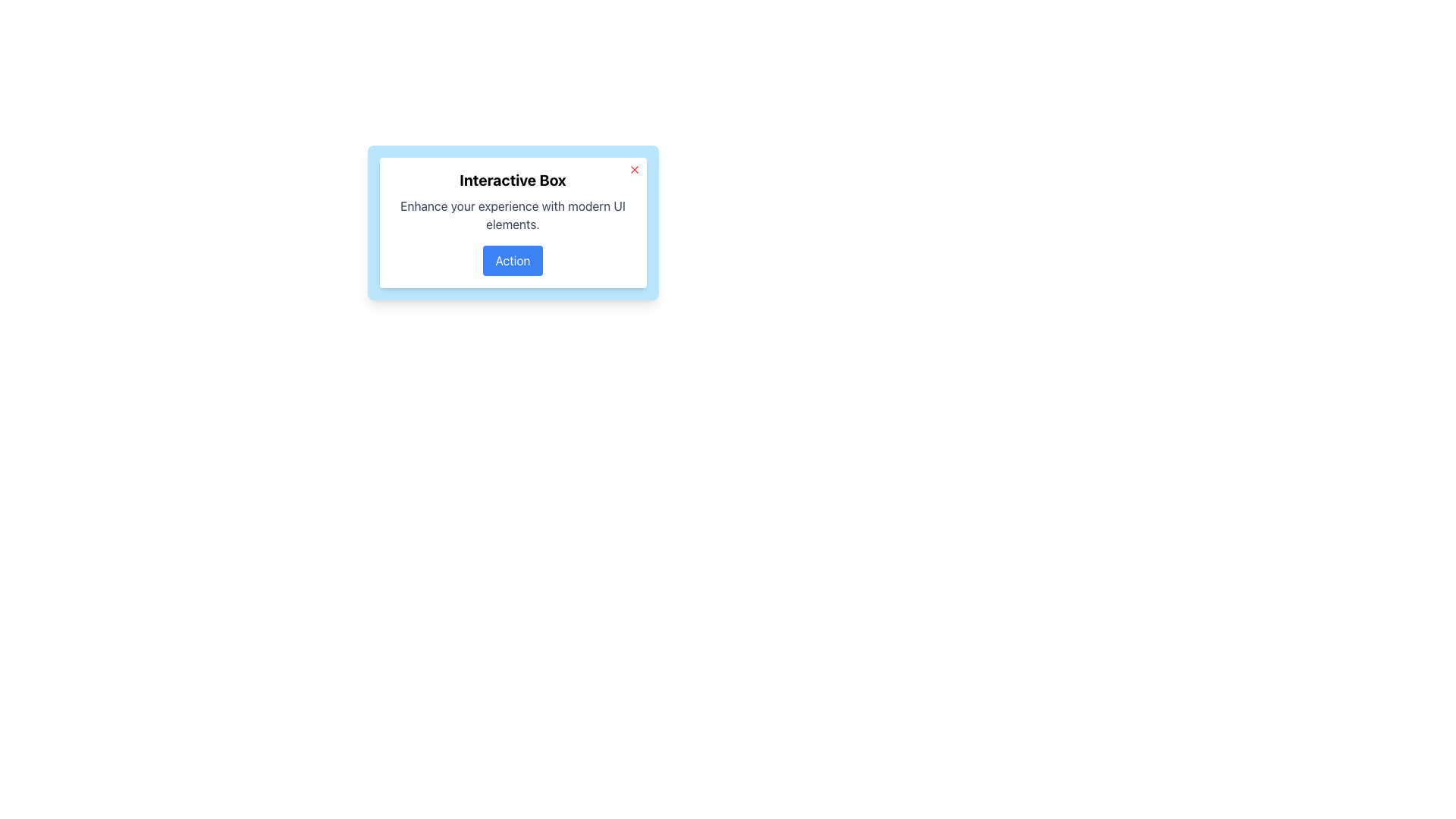 The height and width of the screenshot is (819, 1456). I want to click on the action trigger button located at the bottom of the 'Interactive Box' dialog, below the 'Enhance your experience with modern UI elements.' line, so click(513, 259).